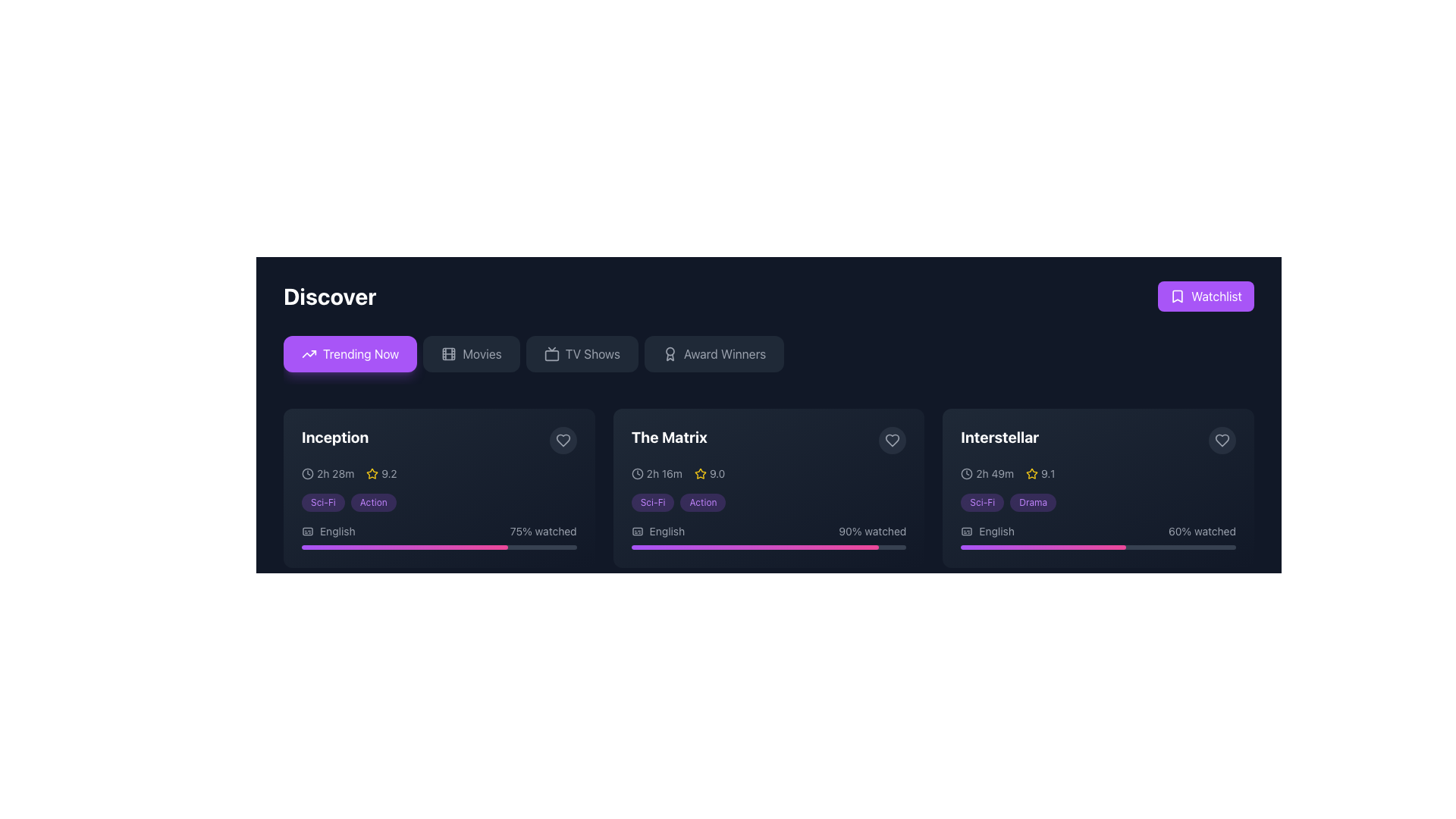  What do you see at coordinates (404, 547) in the screenshot?
I see `the progress bar indicating 75% completion for the movie 'Inception', located at the bottom of the card` at bounding box center [404, 547].